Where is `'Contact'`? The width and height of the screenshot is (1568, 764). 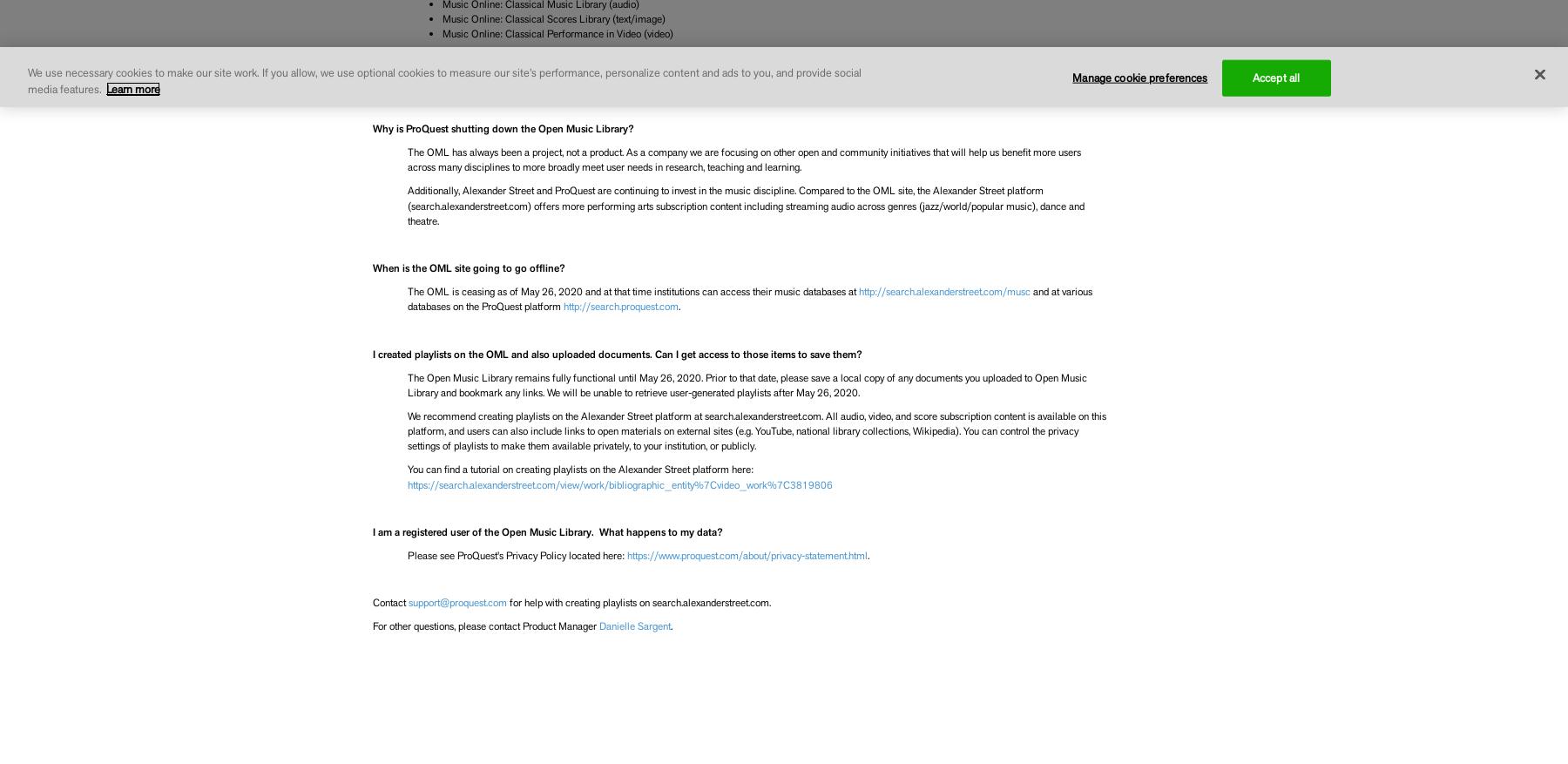 'Contact' is located at coordinates (389, 602).